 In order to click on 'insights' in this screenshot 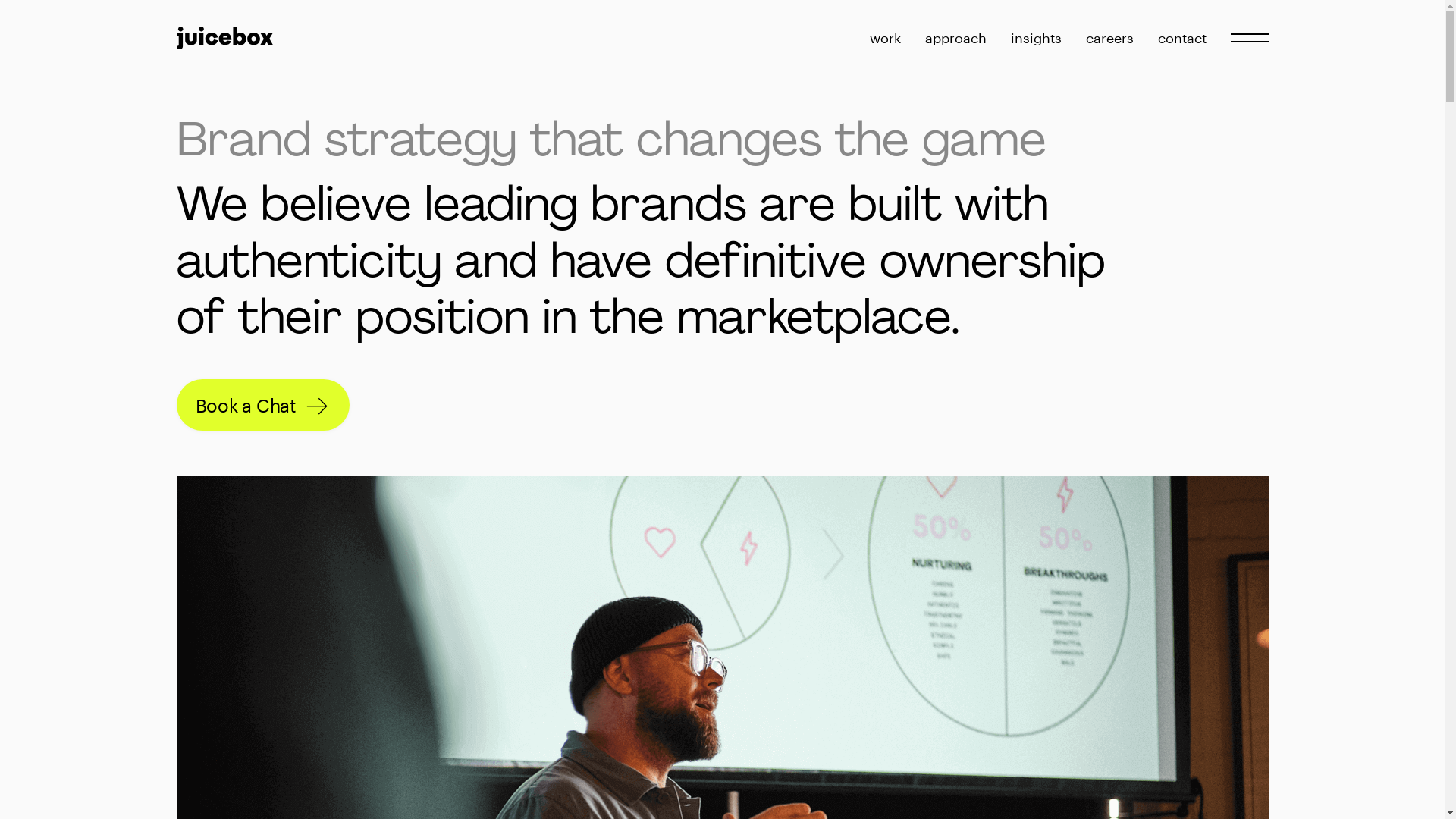, I will do `click(1034, 36)`.